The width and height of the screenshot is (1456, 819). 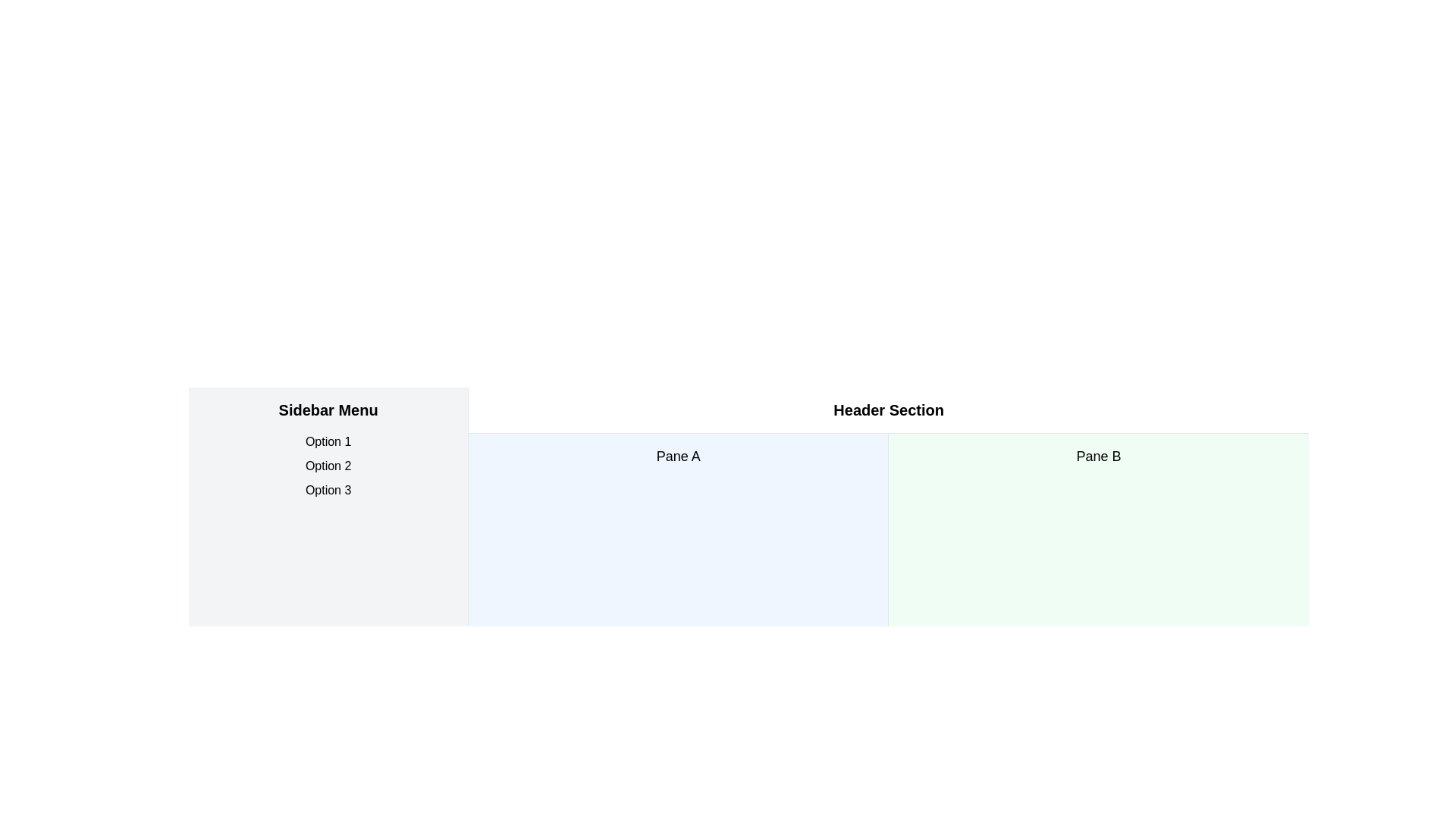 I want to click on the third option in the left sidebar menu, so click(x=328, y=491).